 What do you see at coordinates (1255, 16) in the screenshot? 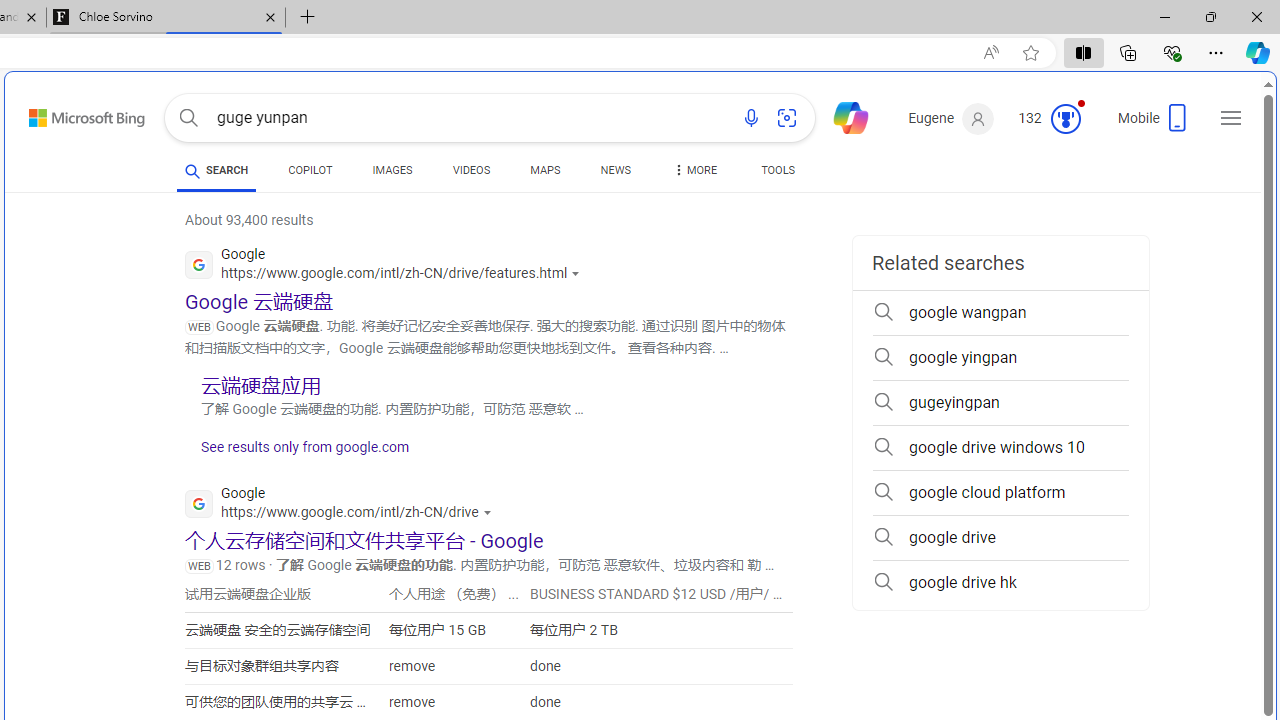
I see `'Close'` at bounding box center [1255, 16].